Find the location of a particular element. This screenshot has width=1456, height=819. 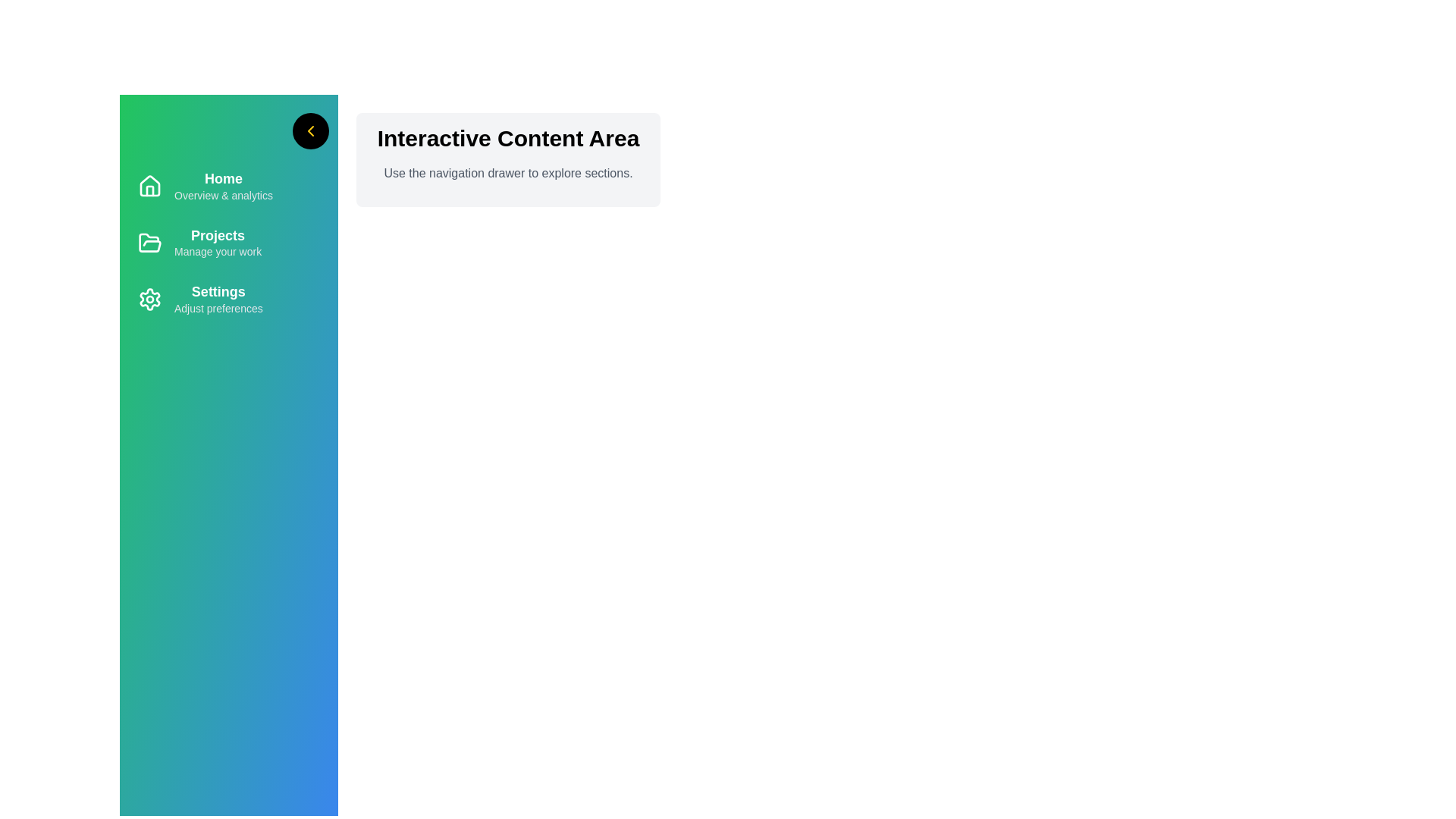

the menu item labeled Home in the navigation drawer is located at coordinates (228, 186).